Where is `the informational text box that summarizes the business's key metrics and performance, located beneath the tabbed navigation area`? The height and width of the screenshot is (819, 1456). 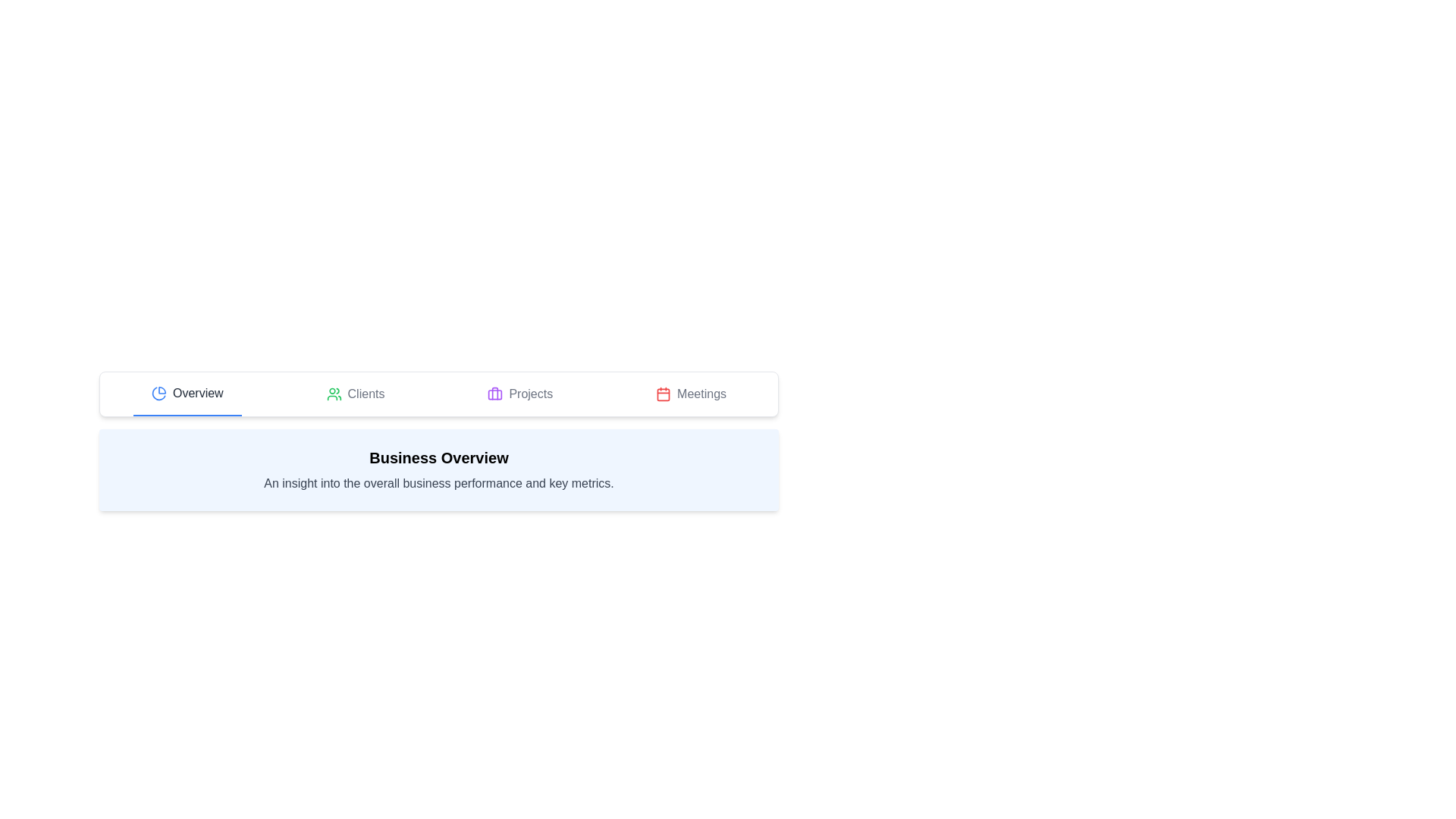
the informational text box that summarizes the business's key metrics and performance, located beneath the tabbed navigation area is located at coordinates (438, 469).